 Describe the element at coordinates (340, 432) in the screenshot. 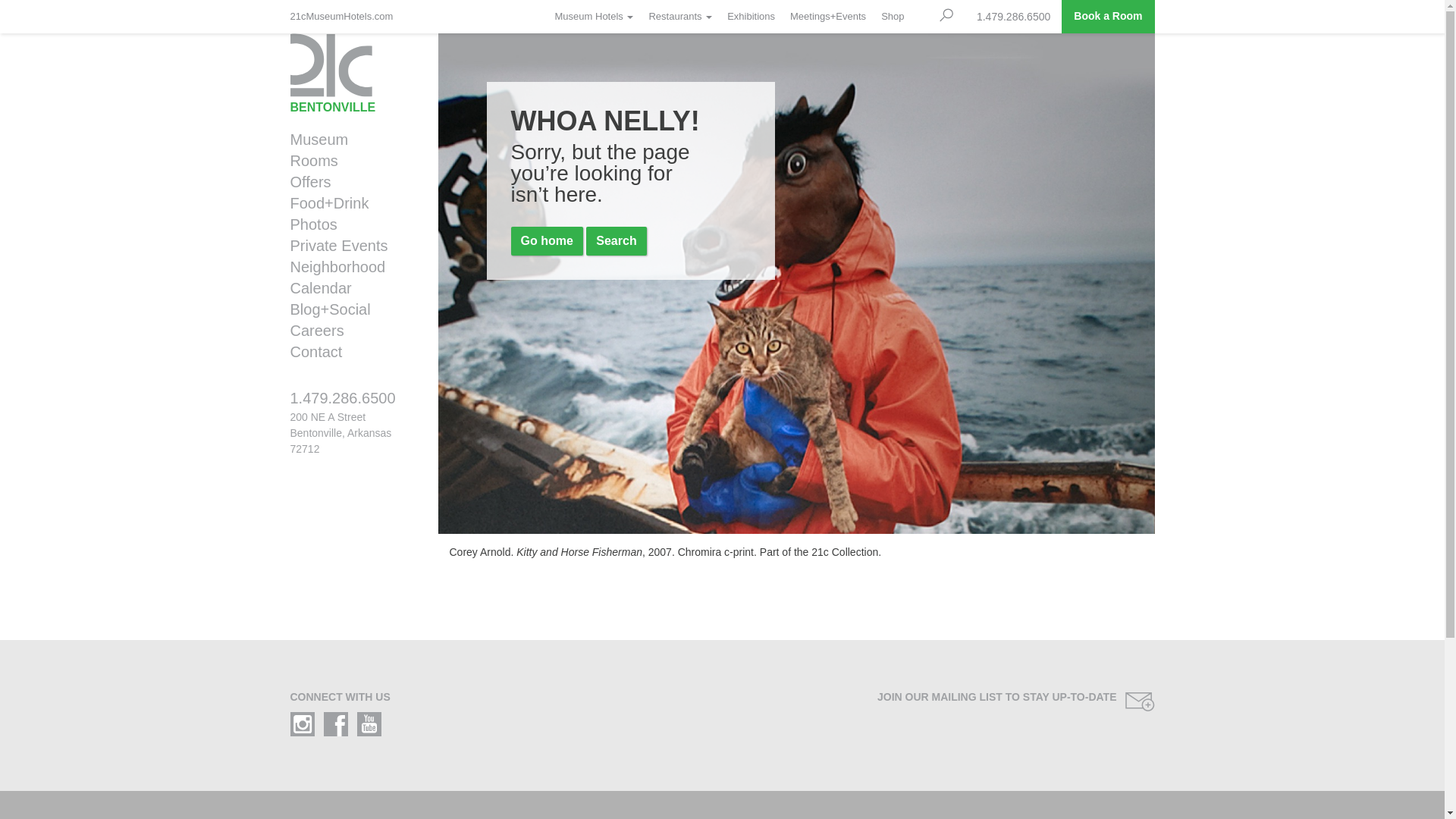

I see `'200 NE A Street` at that location.